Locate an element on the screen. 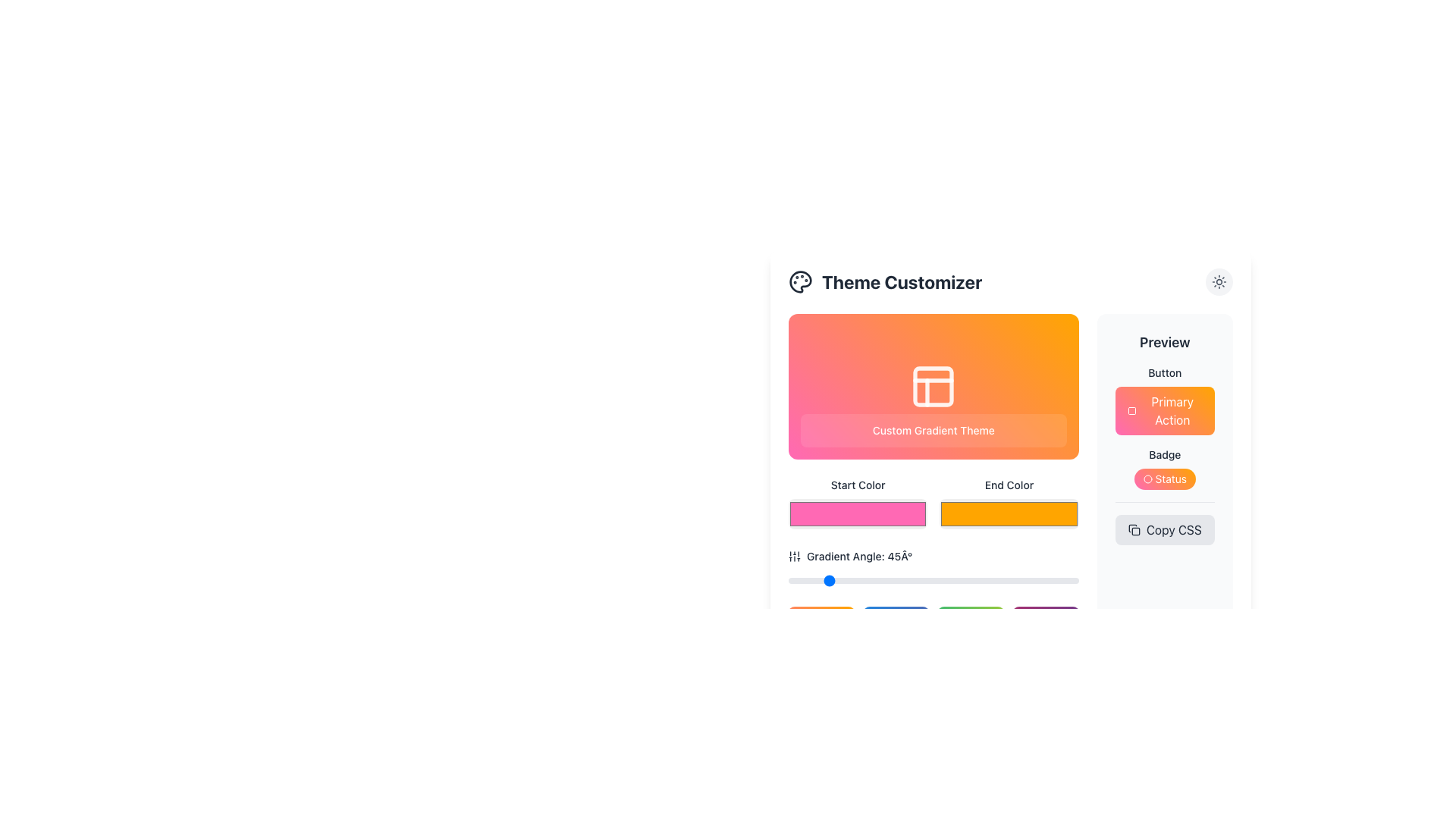  the gradient angle is located at coordinates (1025, 580).